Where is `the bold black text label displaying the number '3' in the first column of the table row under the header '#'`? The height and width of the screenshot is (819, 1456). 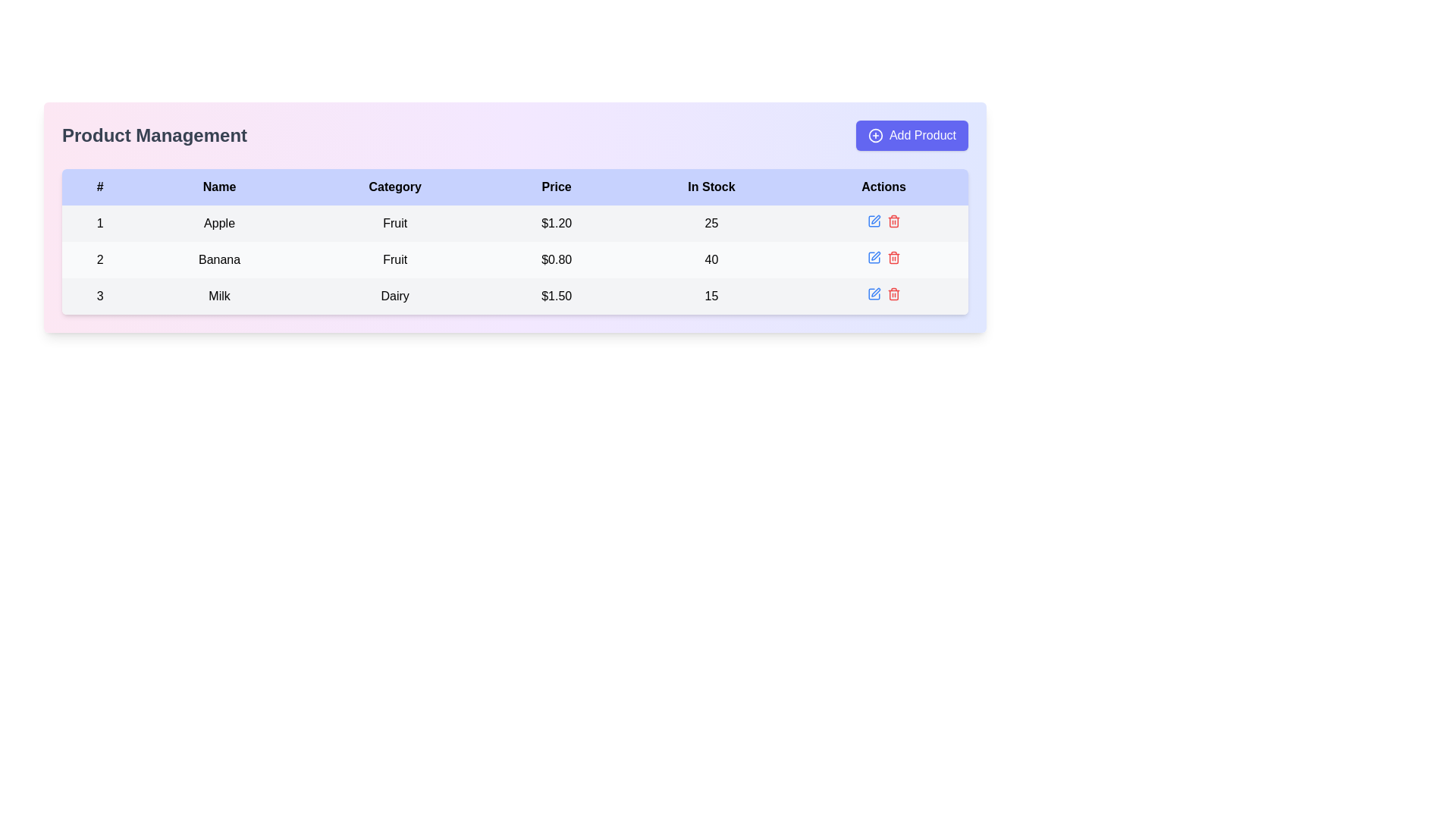 the bold black text label displaying the number '3' in the first column of the table row under the header '#' is located at coordinates (99, 296).